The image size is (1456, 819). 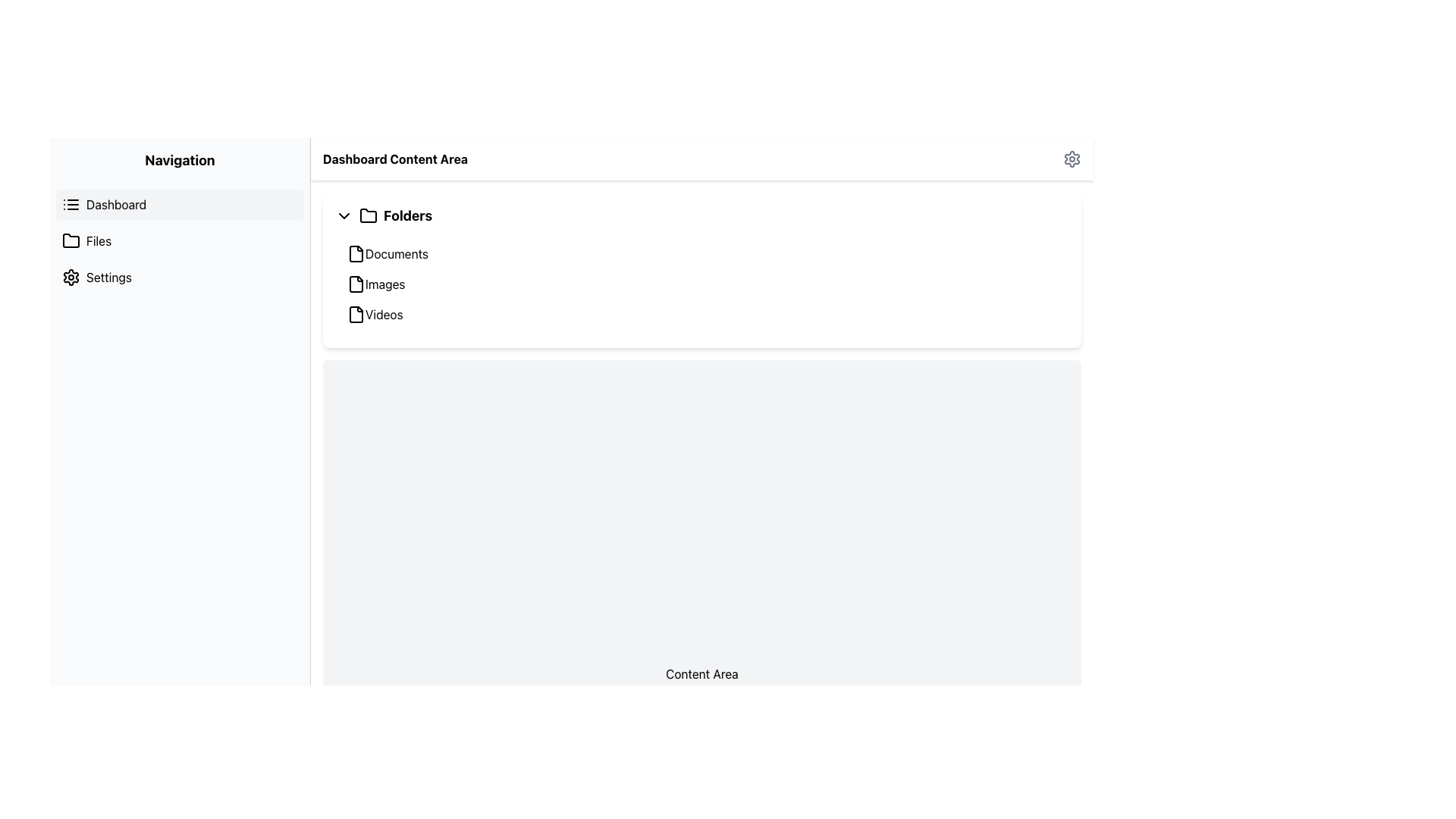 What do you see at coordinates (180, 205) in the screenshot?
I see `the top-most Navigation Menu Item in the sidebar that links to the Dashboard section` at bounding box center [180, 205].